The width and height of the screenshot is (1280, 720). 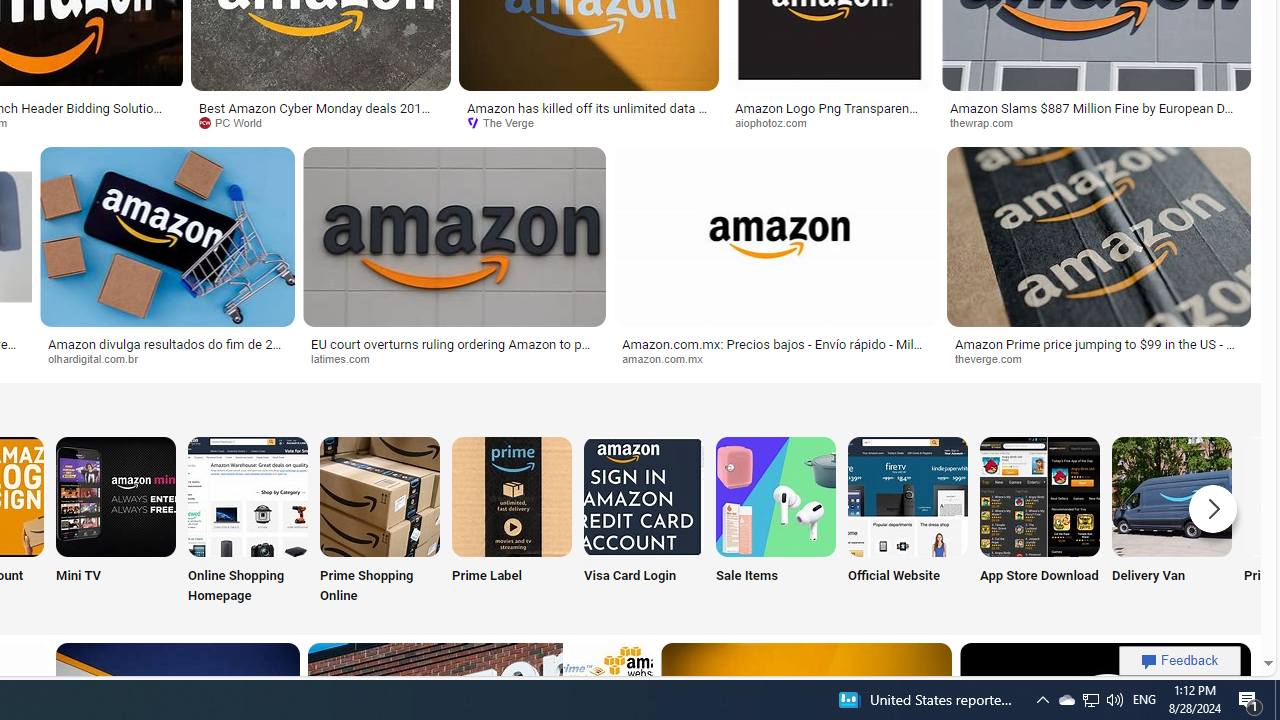 I want to click on 'The Verge', so click(x=587, y=123).